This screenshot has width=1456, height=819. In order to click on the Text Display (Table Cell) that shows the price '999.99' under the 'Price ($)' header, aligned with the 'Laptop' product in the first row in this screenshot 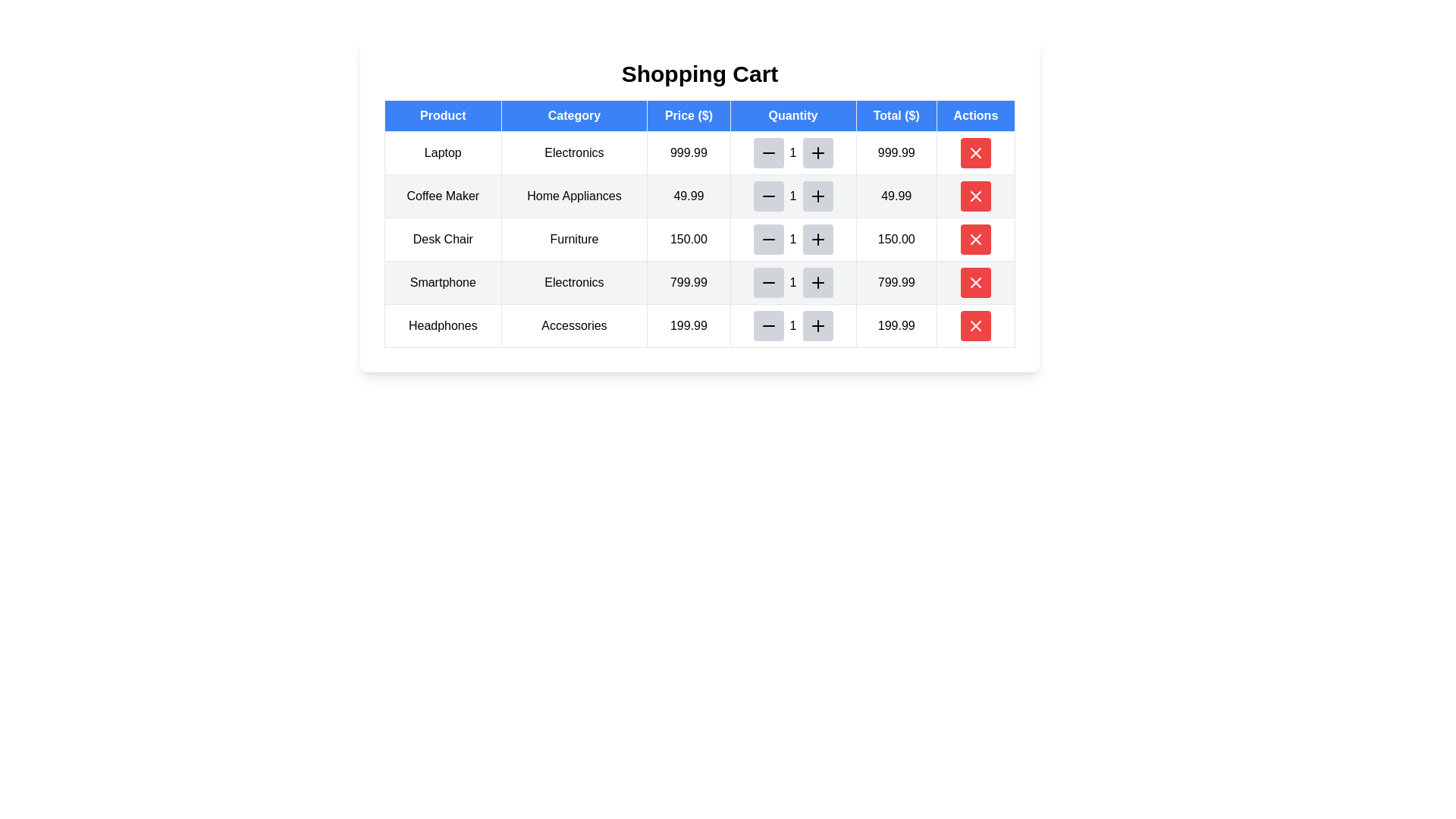, I will do `click(688, 152)`.